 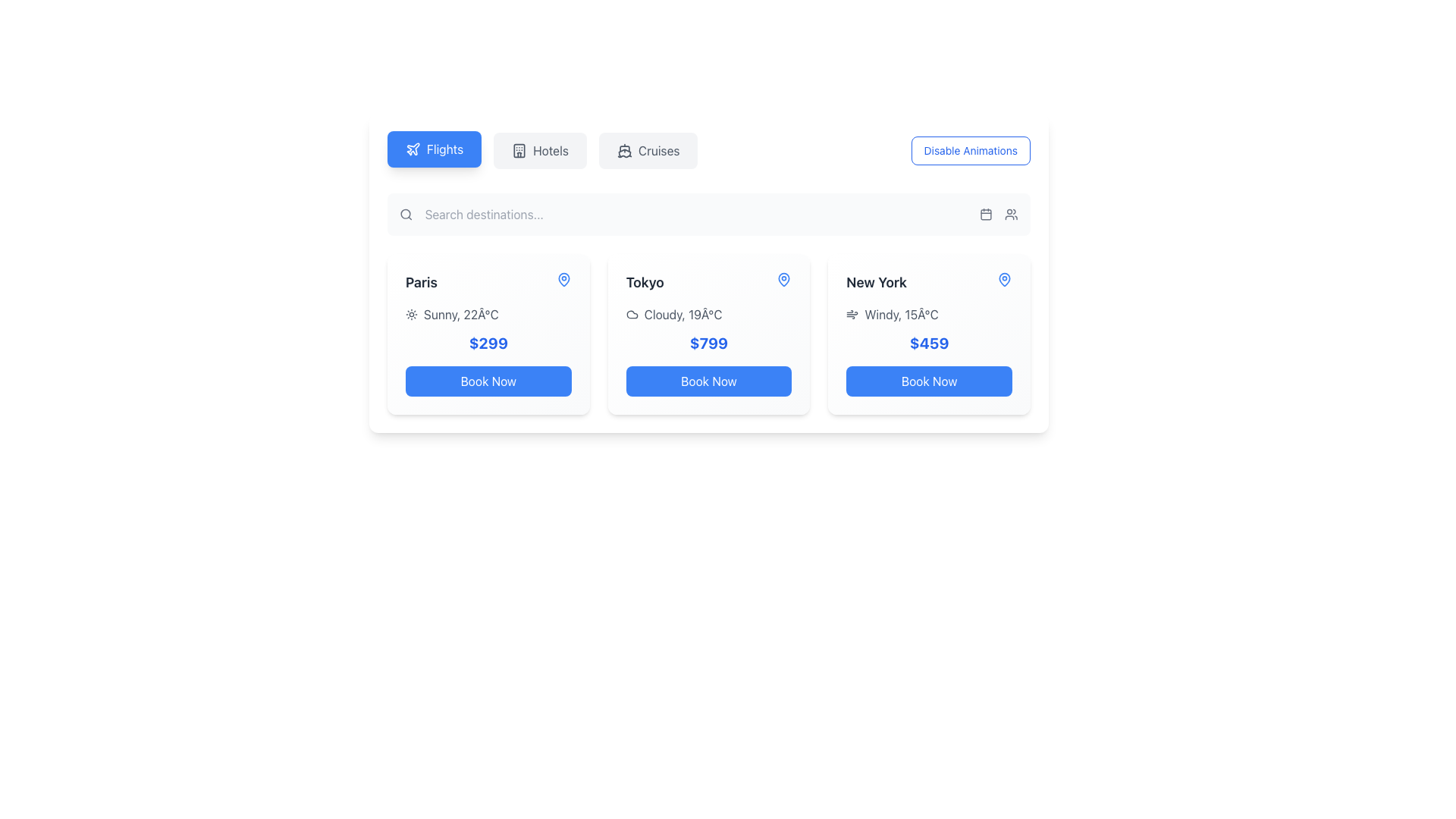 I want to click on the blue rectangular button with rounded corners labeled 'Flights', so click(x=434, y=149).